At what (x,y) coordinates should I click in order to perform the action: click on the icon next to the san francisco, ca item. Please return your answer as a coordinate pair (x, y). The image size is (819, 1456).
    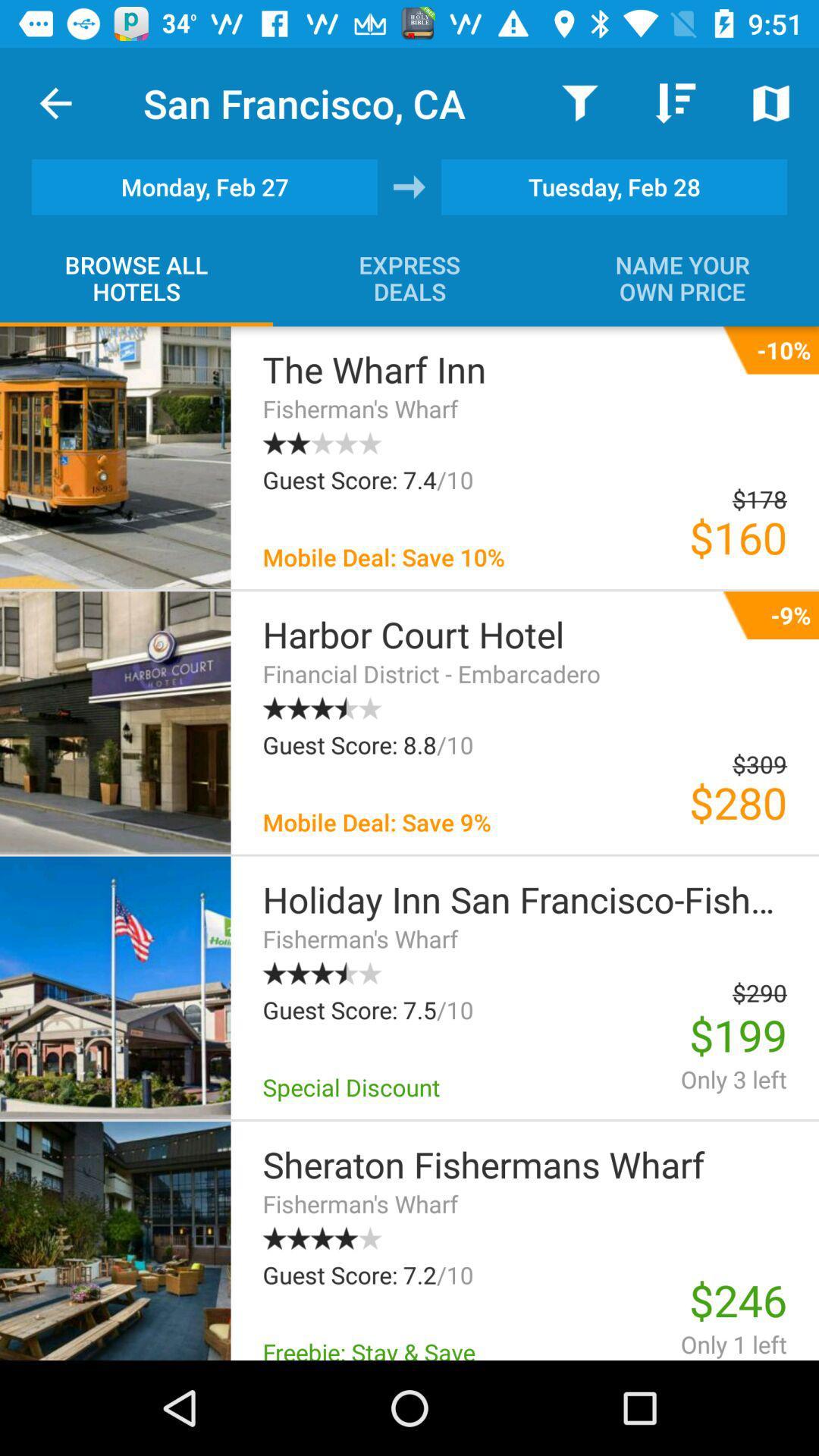
    Looking at the image, I should click on (55, 102).